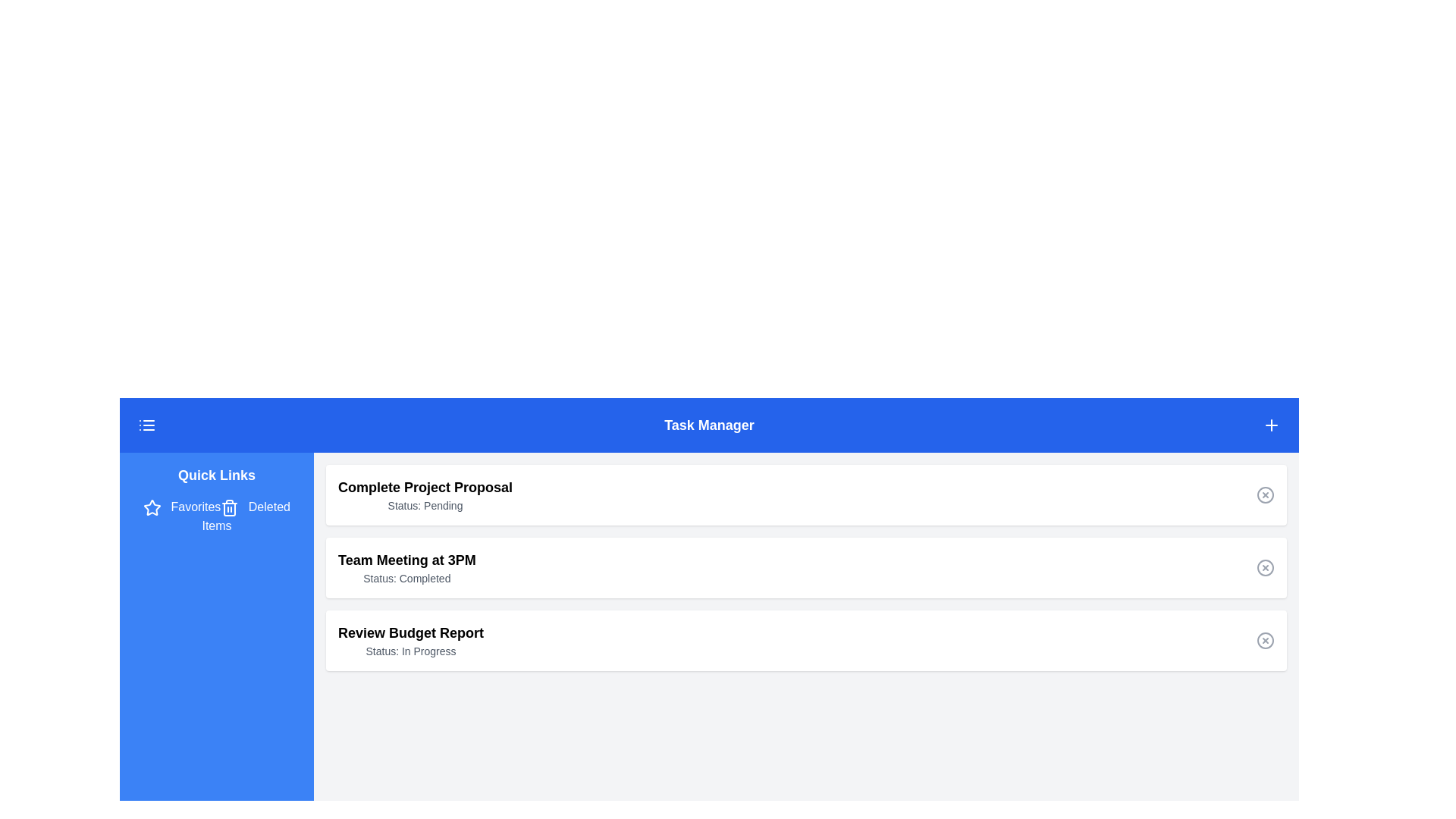  Describe the element at coordinates (229, 507) in the screenshot. I see `the 'Deleted Items' icon located in the 'Quick Links' section of the blue navigation panel` at that location.